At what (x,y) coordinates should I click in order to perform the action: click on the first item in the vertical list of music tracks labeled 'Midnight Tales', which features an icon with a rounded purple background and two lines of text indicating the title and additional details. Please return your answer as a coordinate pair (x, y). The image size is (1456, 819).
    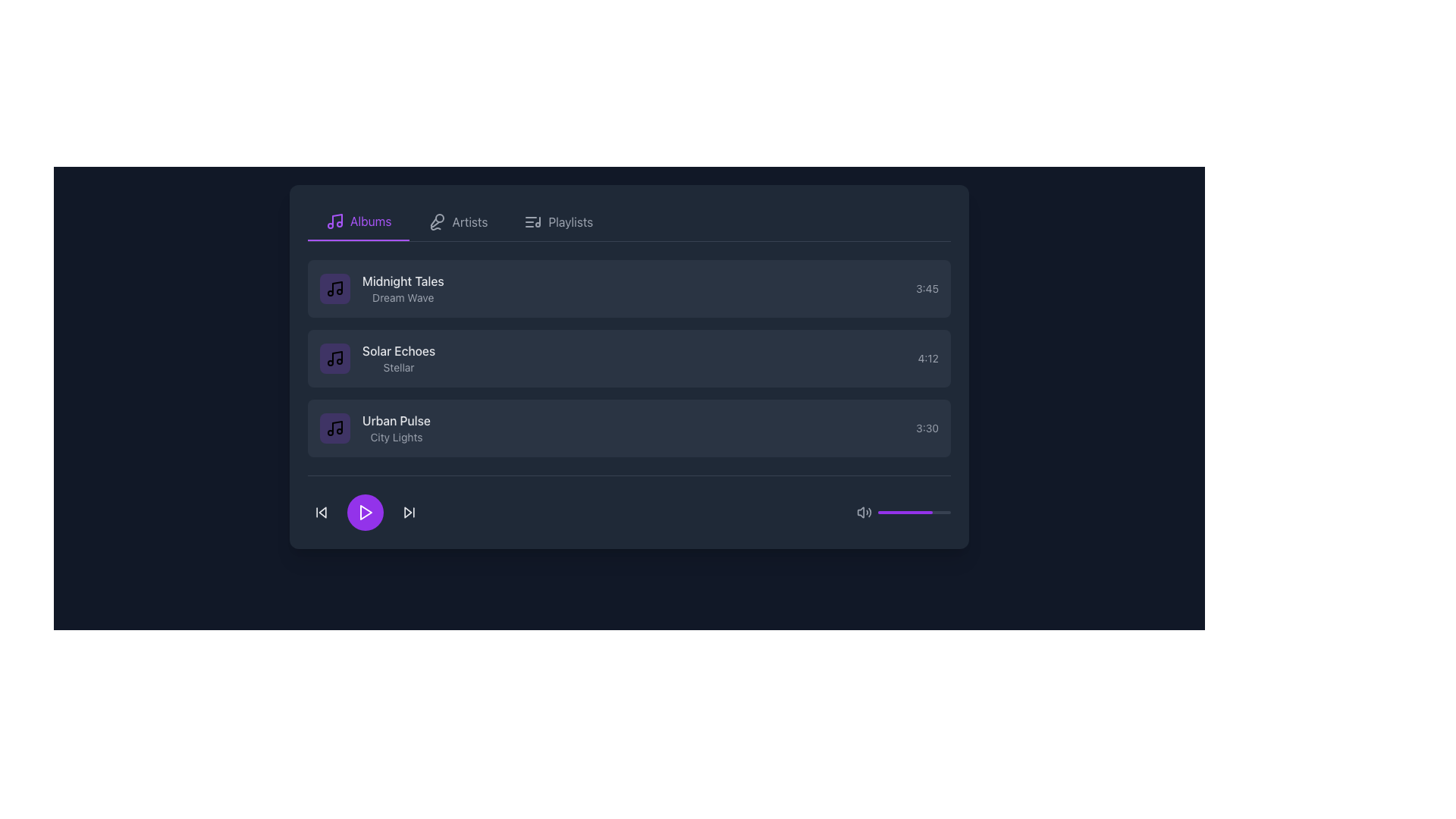
    Looking at the image, I should click on (381, 289).